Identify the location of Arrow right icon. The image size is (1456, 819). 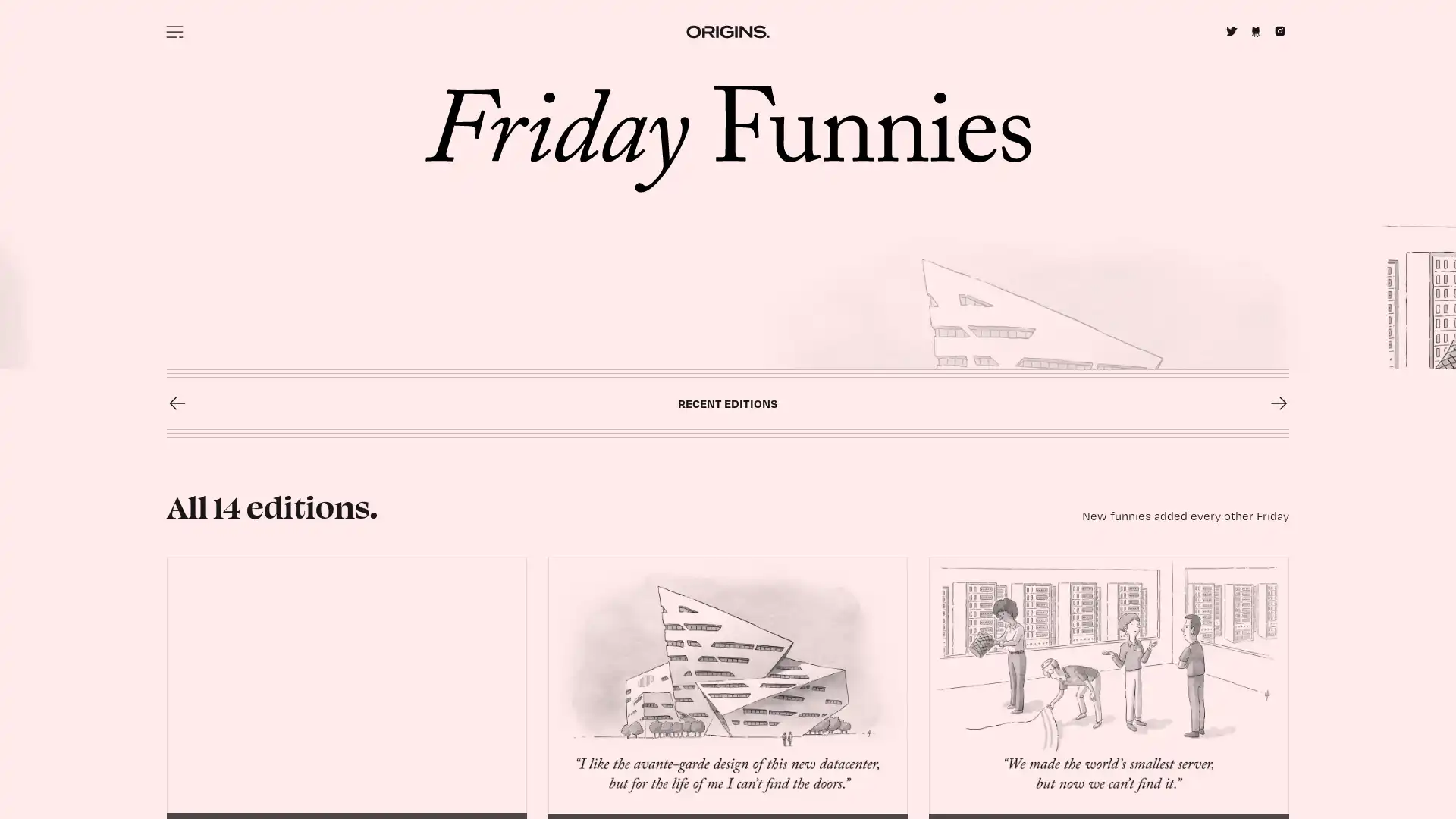
(1277, 696).